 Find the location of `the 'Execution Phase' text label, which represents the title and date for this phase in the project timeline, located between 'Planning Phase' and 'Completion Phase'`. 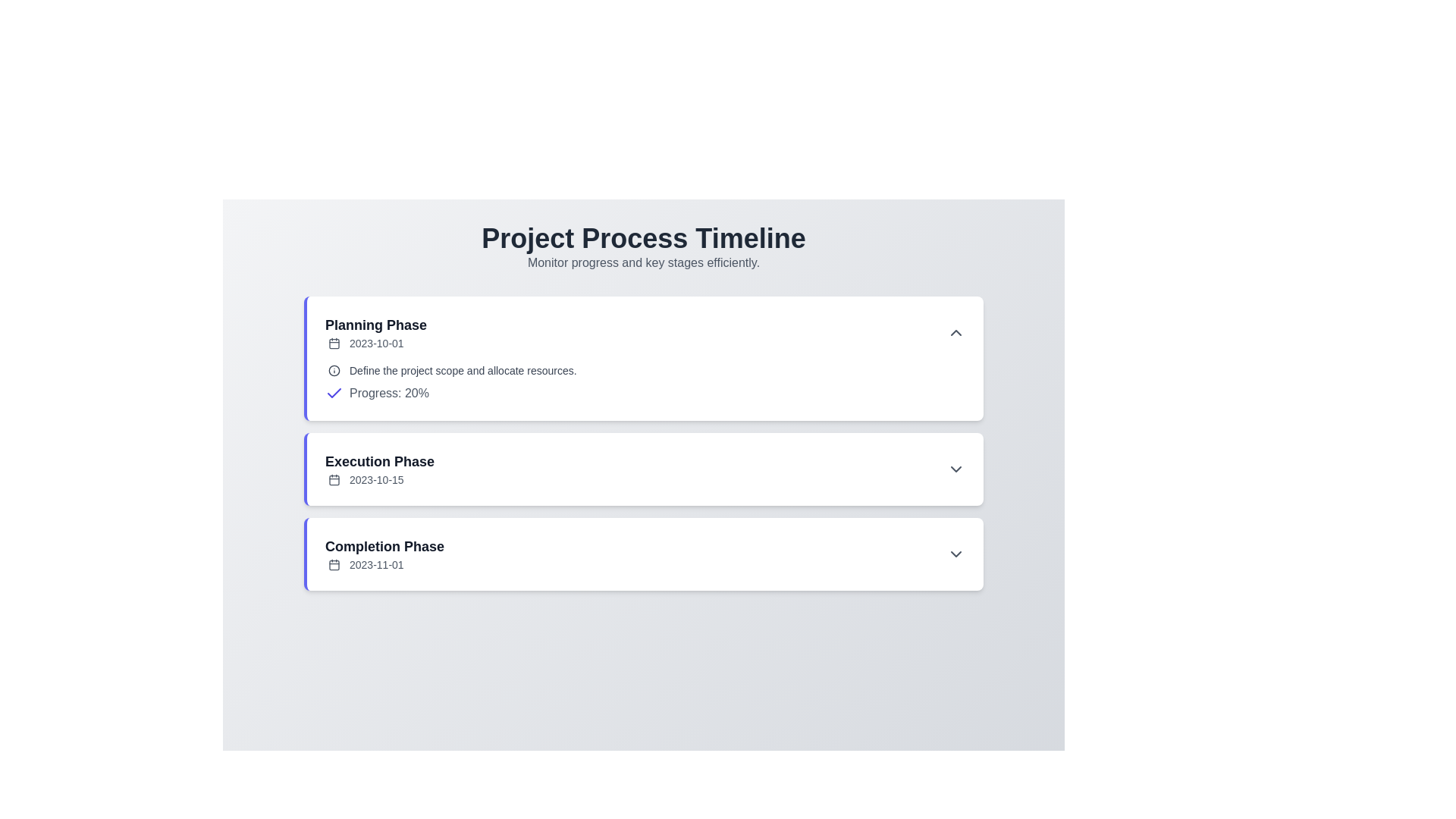

the 'Execution Phase' text label, which represents the title and date for this phase in the project timeline, located between 'Planning Phase' and 'Completion Phase' is located at coordinates (380, 468).